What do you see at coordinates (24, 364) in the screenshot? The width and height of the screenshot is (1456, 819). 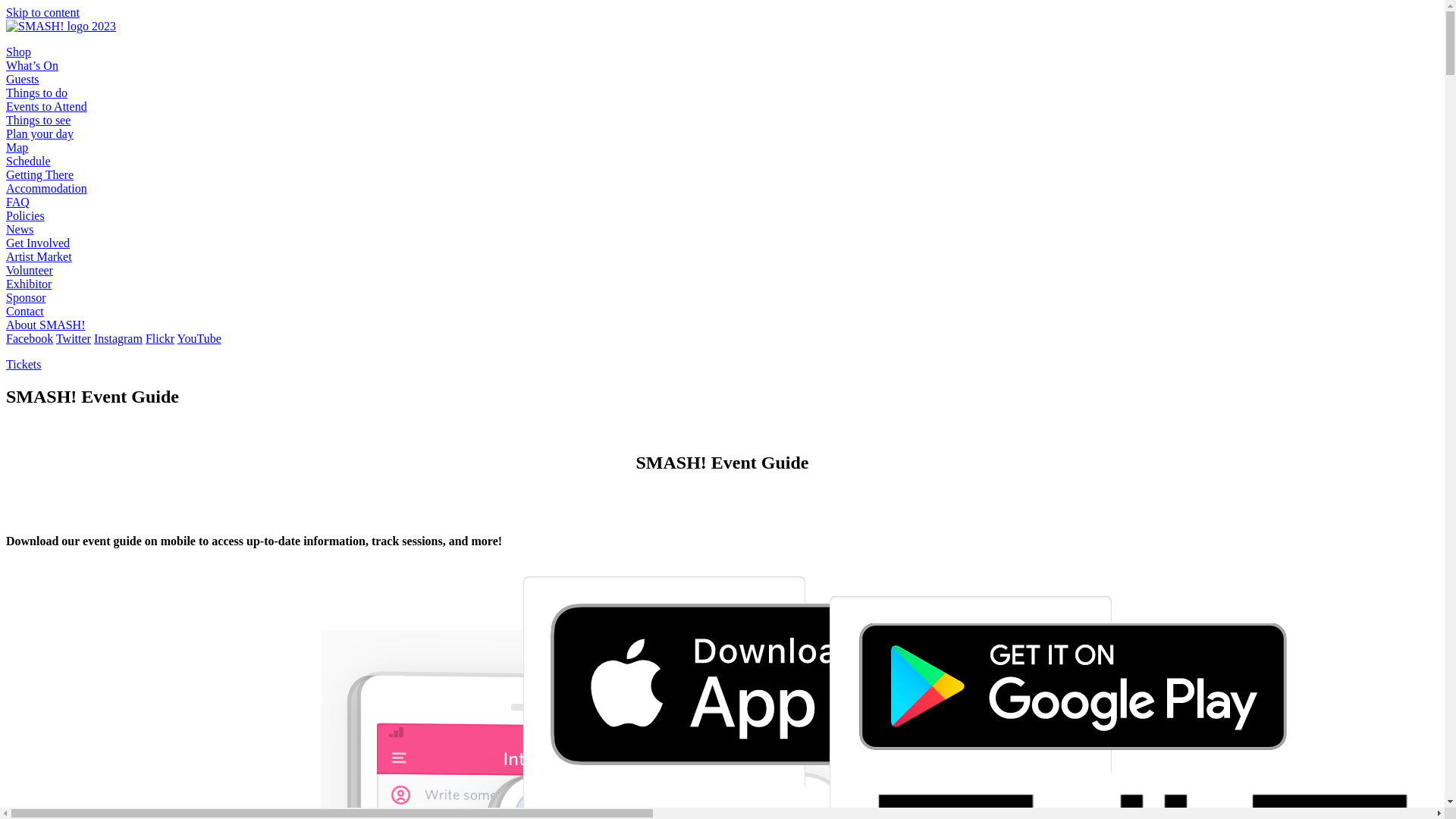 I see `'Tickets'` at bounding box center [24, 364].